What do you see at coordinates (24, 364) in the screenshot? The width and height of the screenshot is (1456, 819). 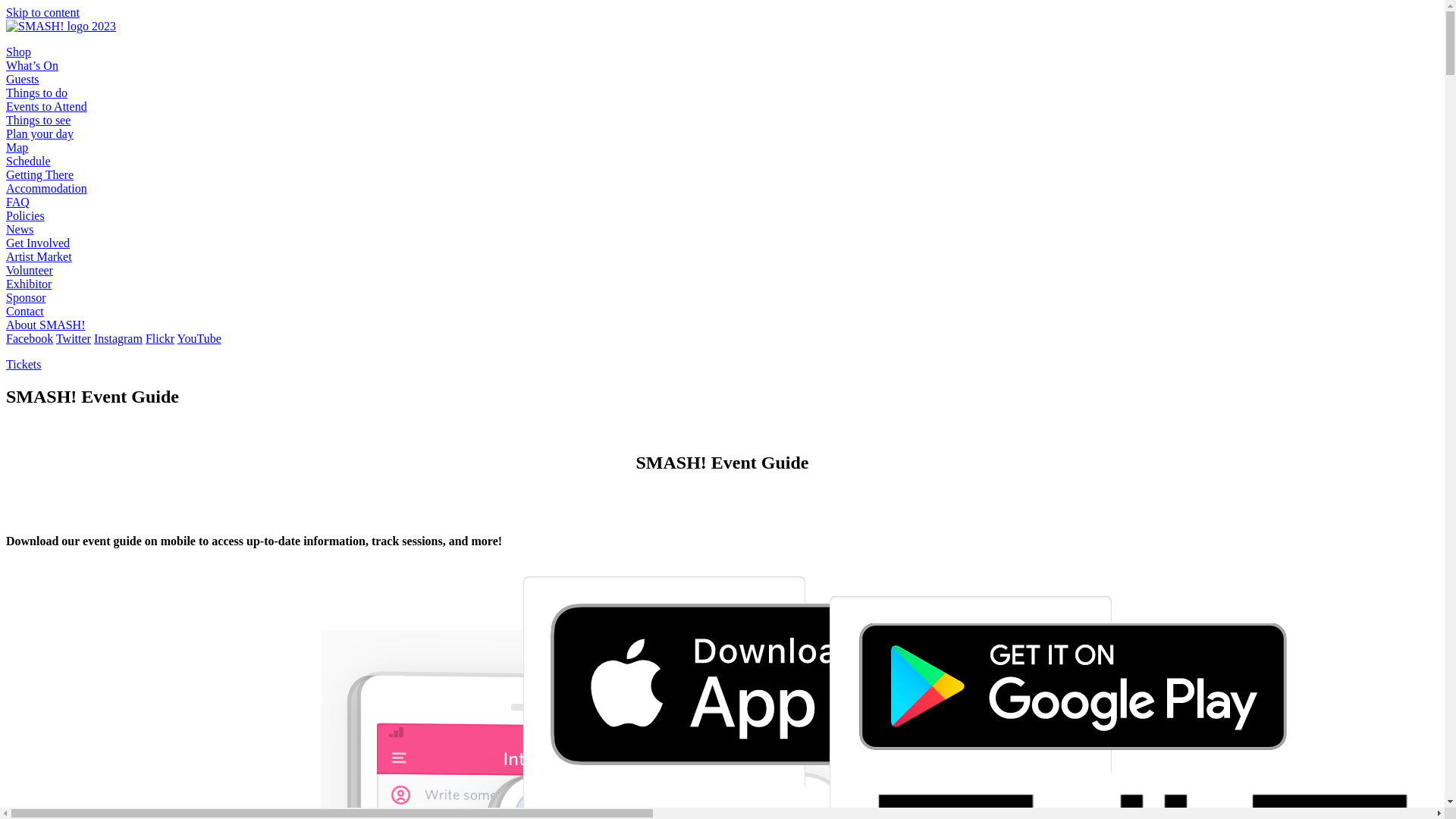 I see `'Tickets'` at bounding box center [24, 364].